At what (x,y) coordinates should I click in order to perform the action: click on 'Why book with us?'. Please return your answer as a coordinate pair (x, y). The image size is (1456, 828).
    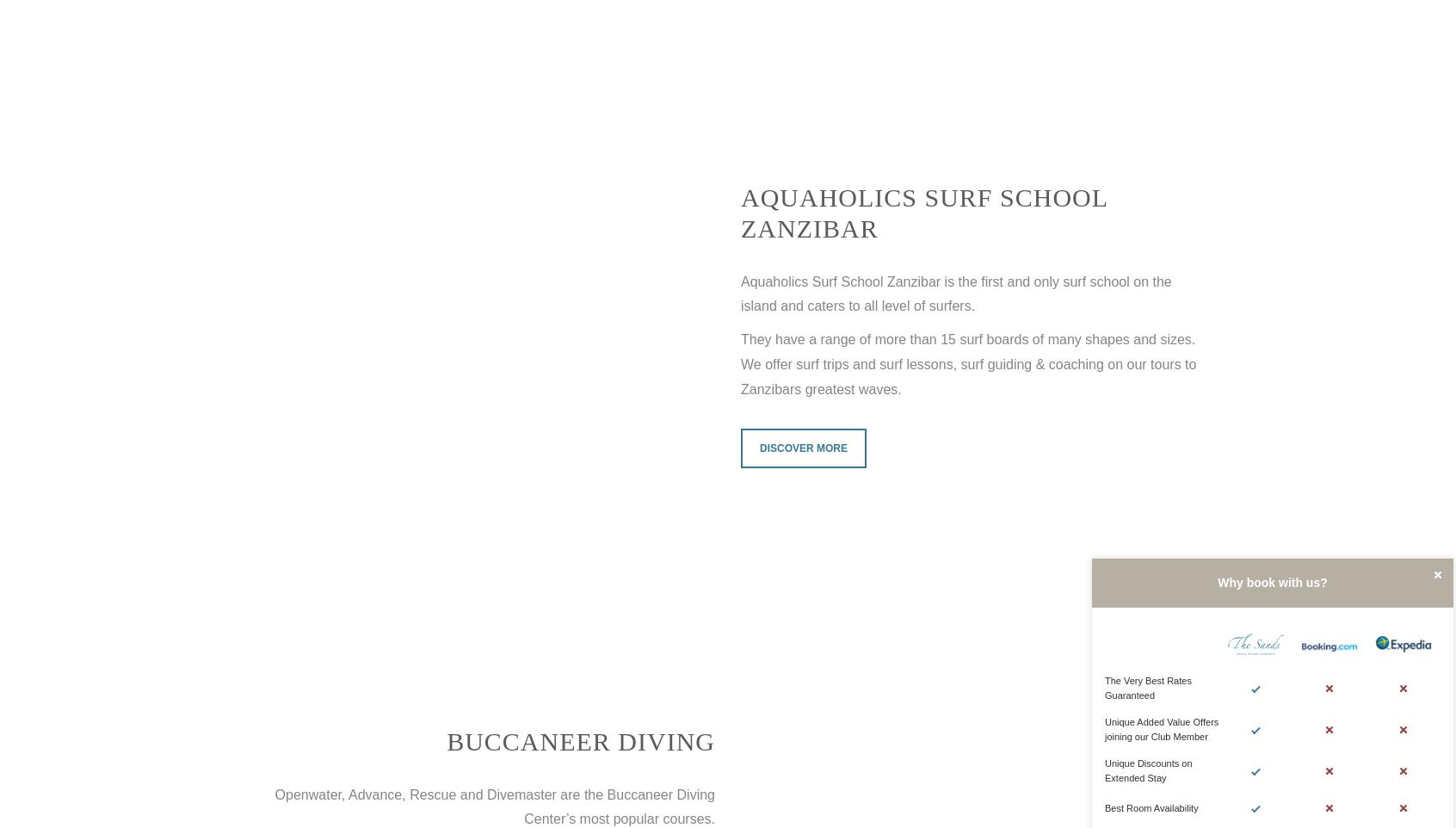
    Looking at the image, I should click on (1271, 581).